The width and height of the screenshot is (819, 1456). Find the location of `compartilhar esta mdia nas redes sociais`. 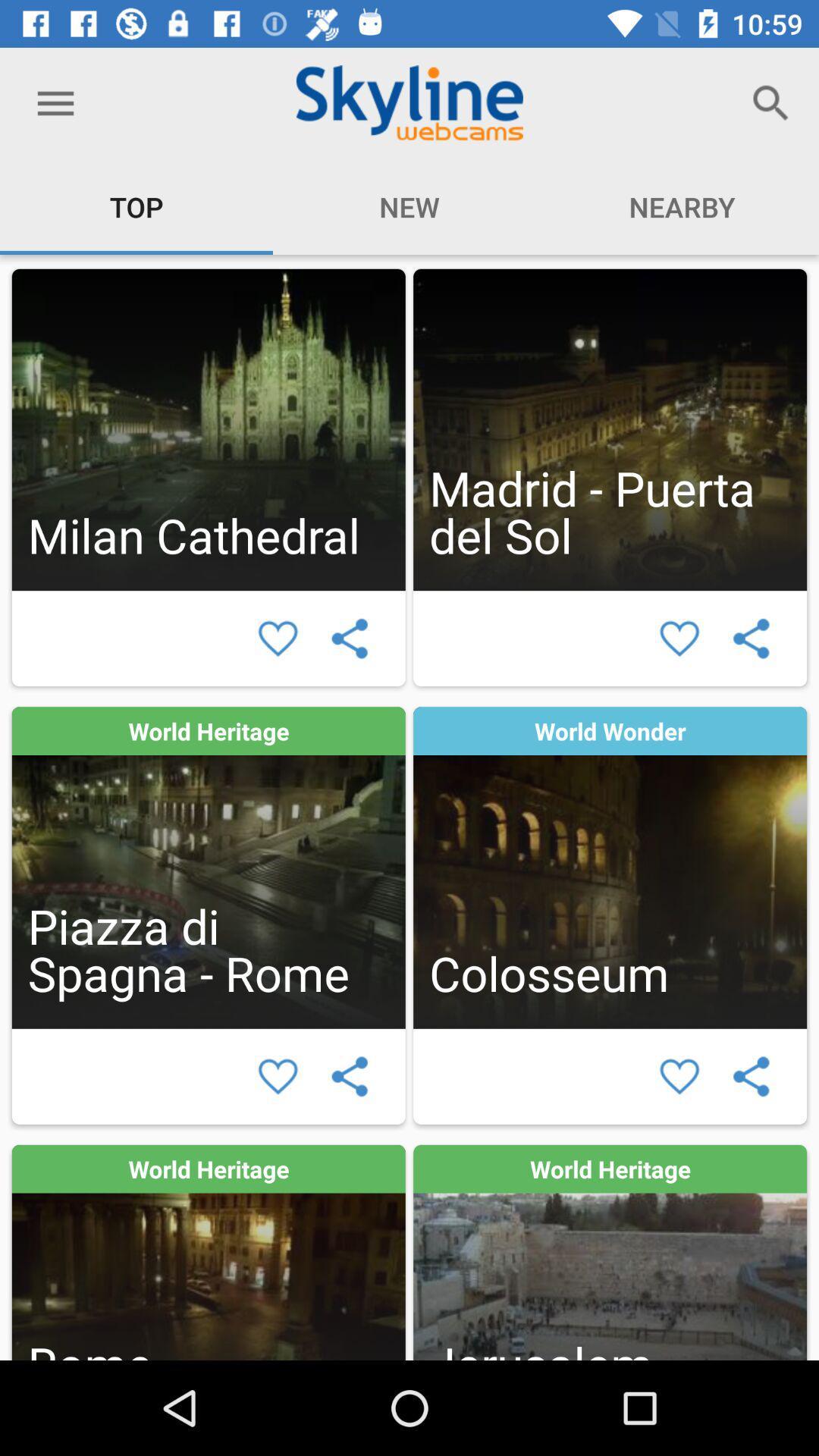

compartilhar esta mdia nas redes sociais is located at coordinates (751, 1075).